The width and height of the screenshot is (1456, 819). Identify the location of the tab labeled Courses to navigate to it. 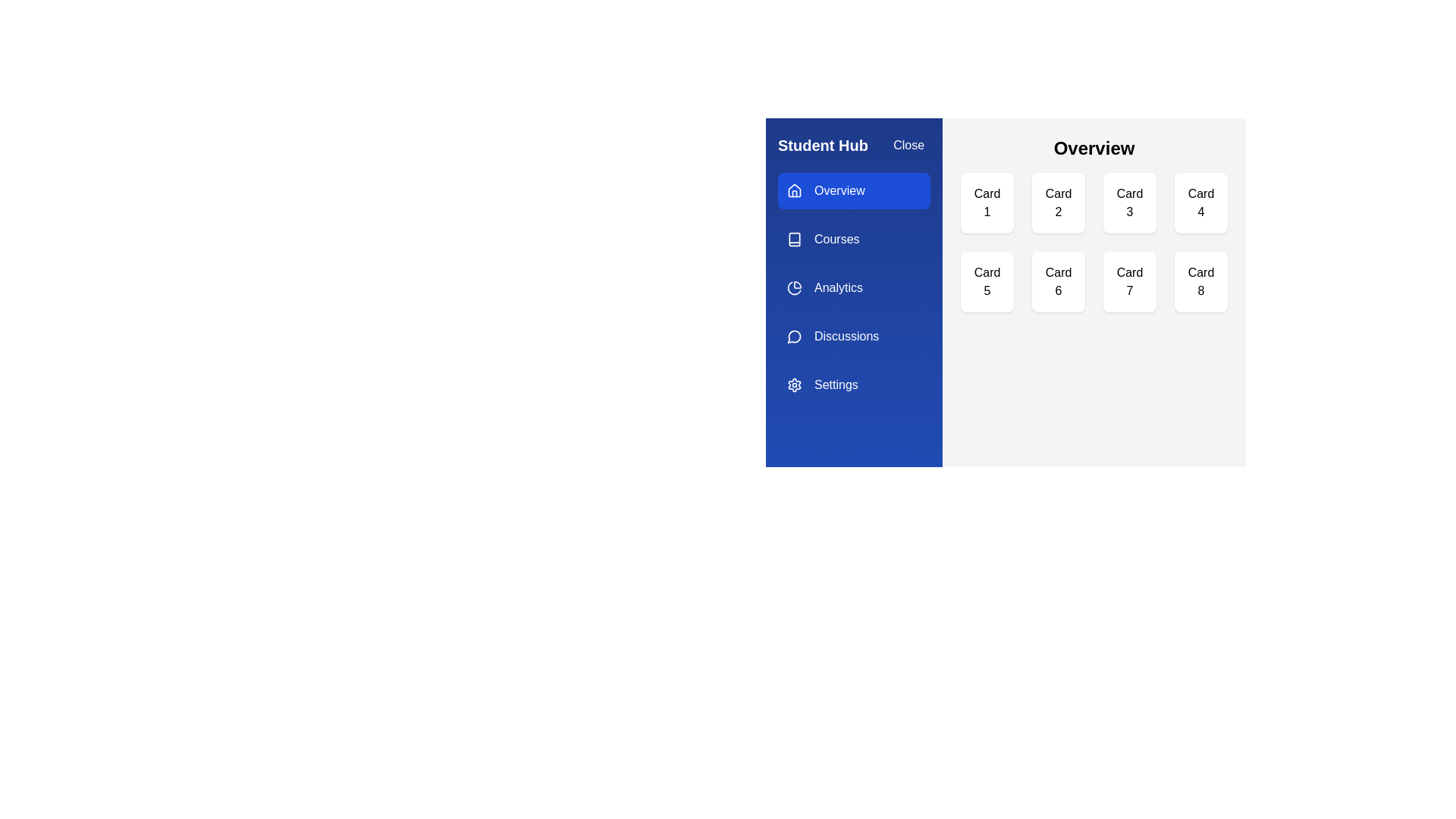
(854, 239).